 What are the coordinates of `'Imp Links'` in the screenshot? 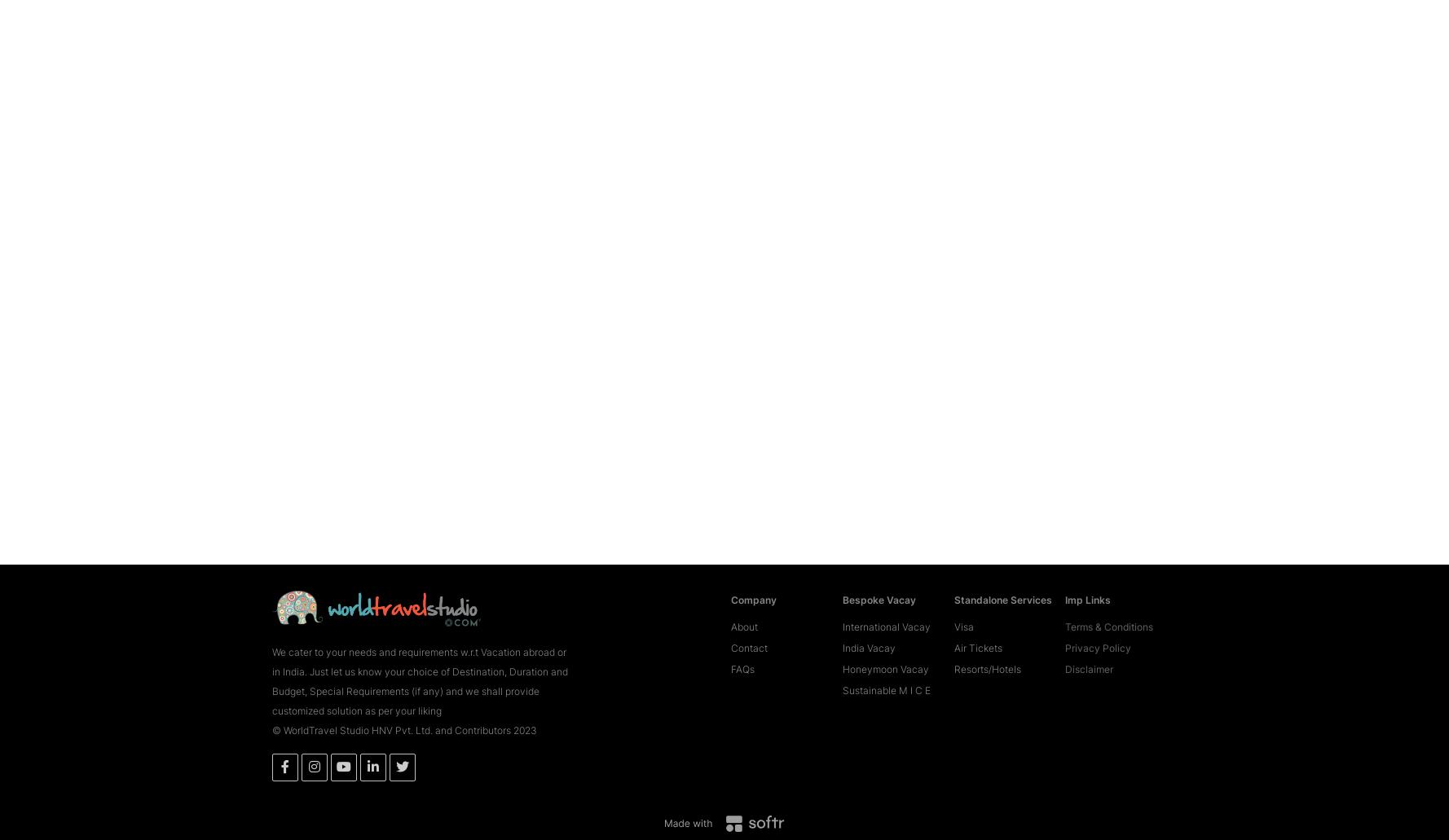 It's located at (1087, 575).